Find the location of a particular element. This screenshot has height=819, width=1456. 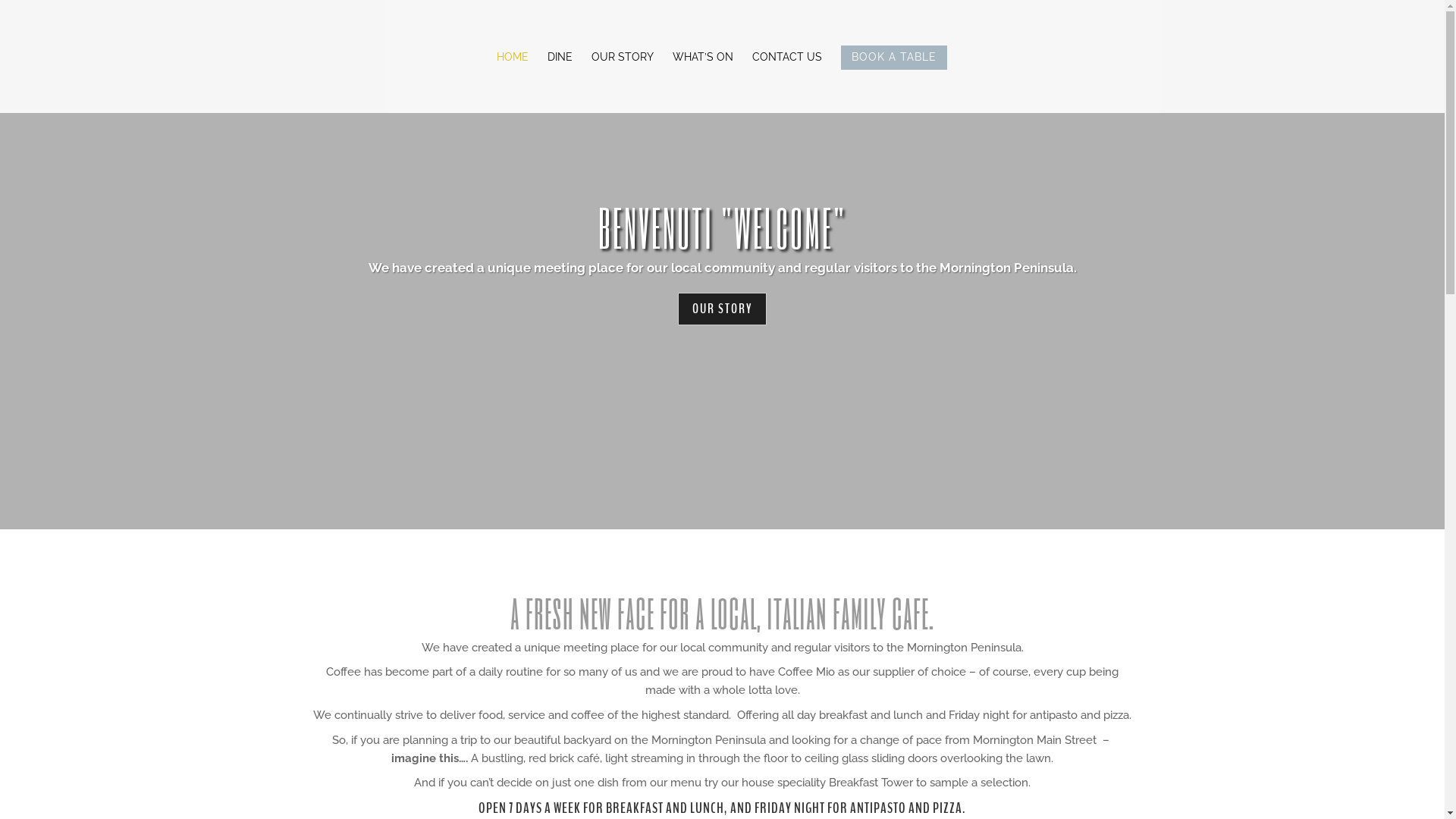

'BOOK A TABLE' is located at coordinates (893, 79).